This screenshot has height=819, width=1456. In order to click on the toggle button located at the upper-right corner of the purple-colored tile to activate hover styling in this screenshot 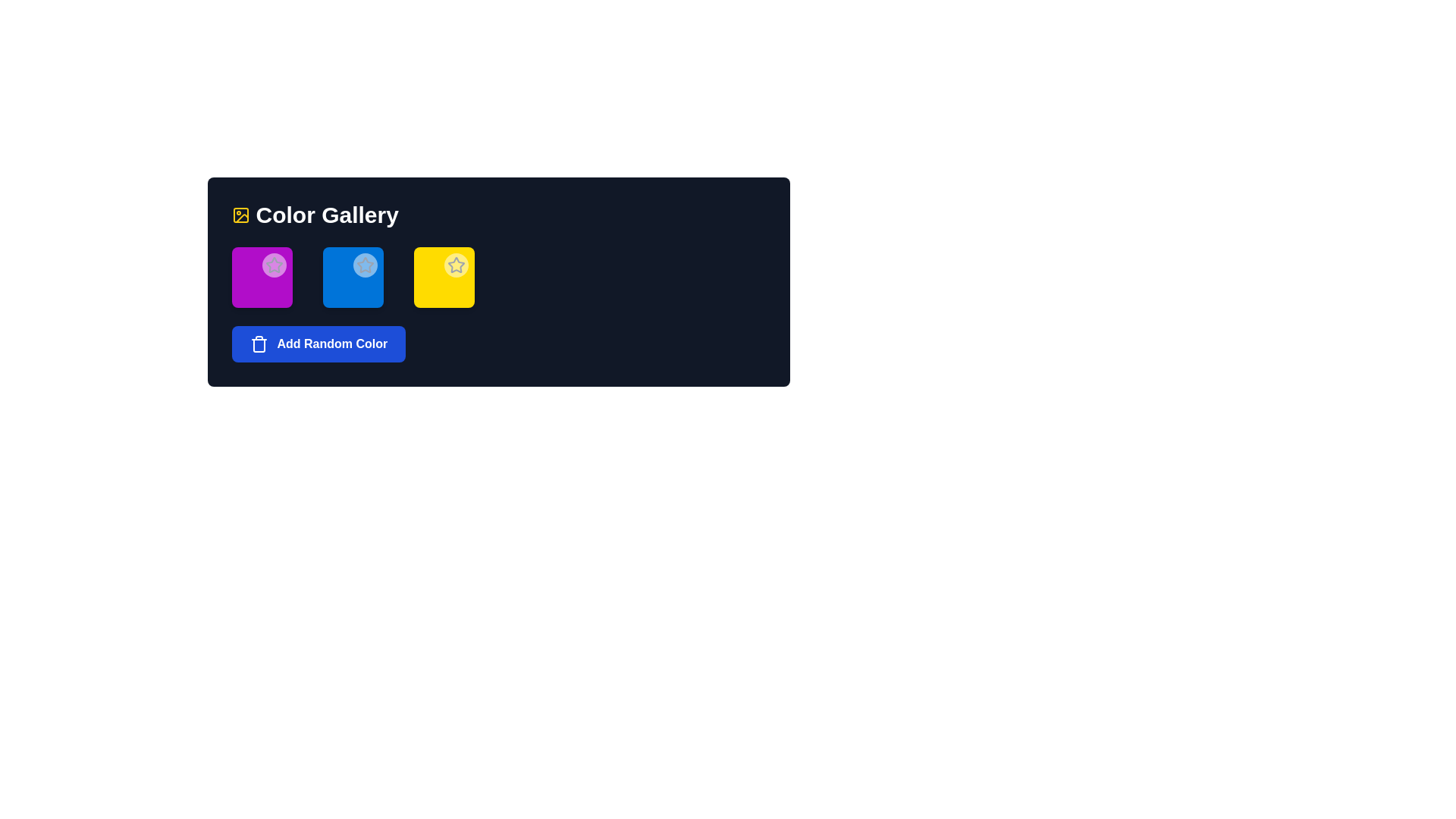, I will do `click(274, 265)`.